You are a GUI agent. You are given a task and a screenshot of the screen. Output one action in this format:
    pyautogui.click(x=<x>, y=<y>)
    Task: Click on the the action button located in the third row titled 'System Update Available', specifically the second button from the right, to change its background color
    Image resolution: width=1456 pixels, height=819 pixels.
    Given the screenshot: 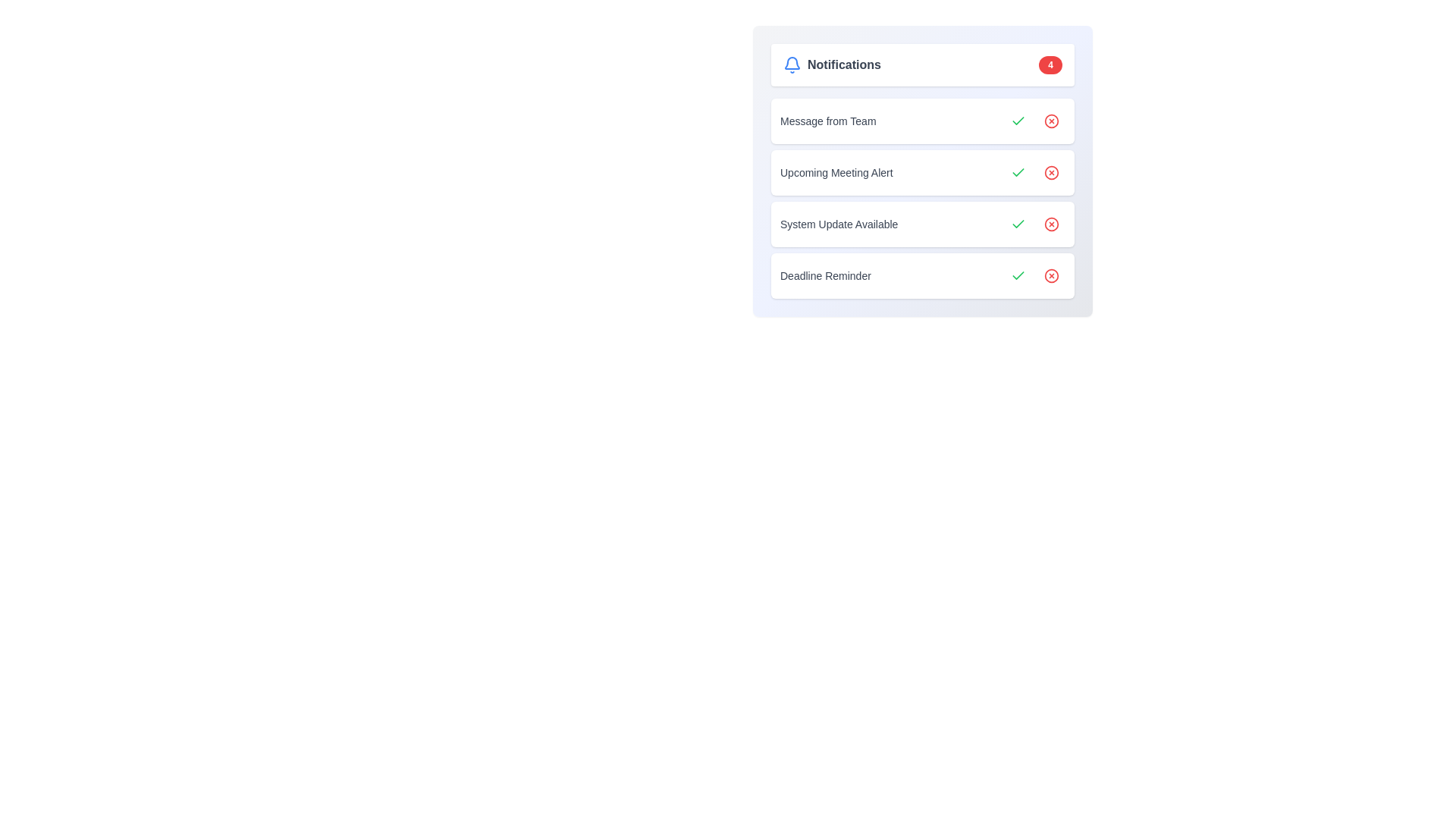 What is the action you would take?
    pyautogui.click(x=1051, y=224)
    